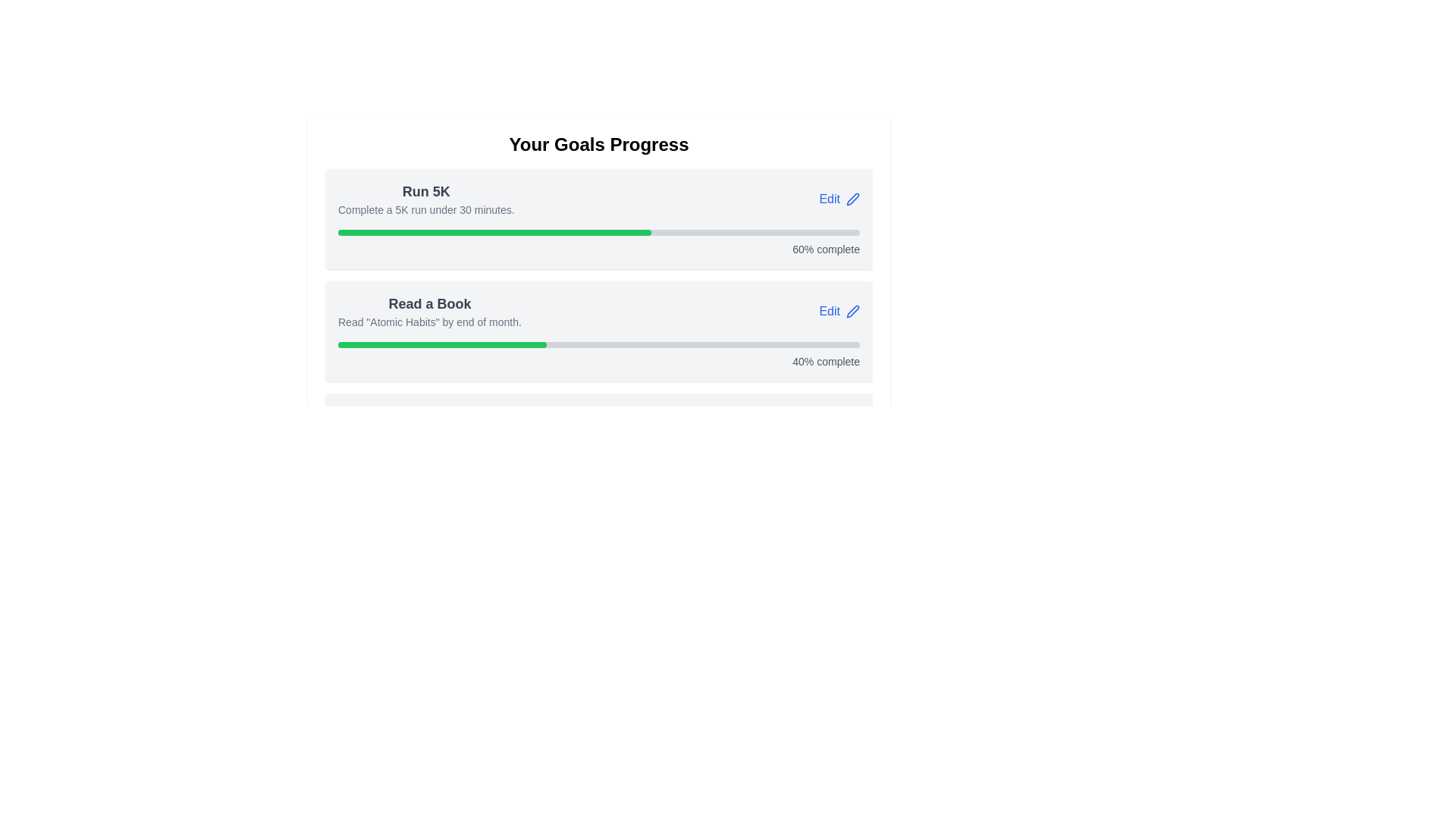 The height and width of the screenshot is (819, 1456). I want to click on the visual progress of the green progress bar located under the 'Run 5K' goal section, which indicates 60% completion, so click(598, 233).